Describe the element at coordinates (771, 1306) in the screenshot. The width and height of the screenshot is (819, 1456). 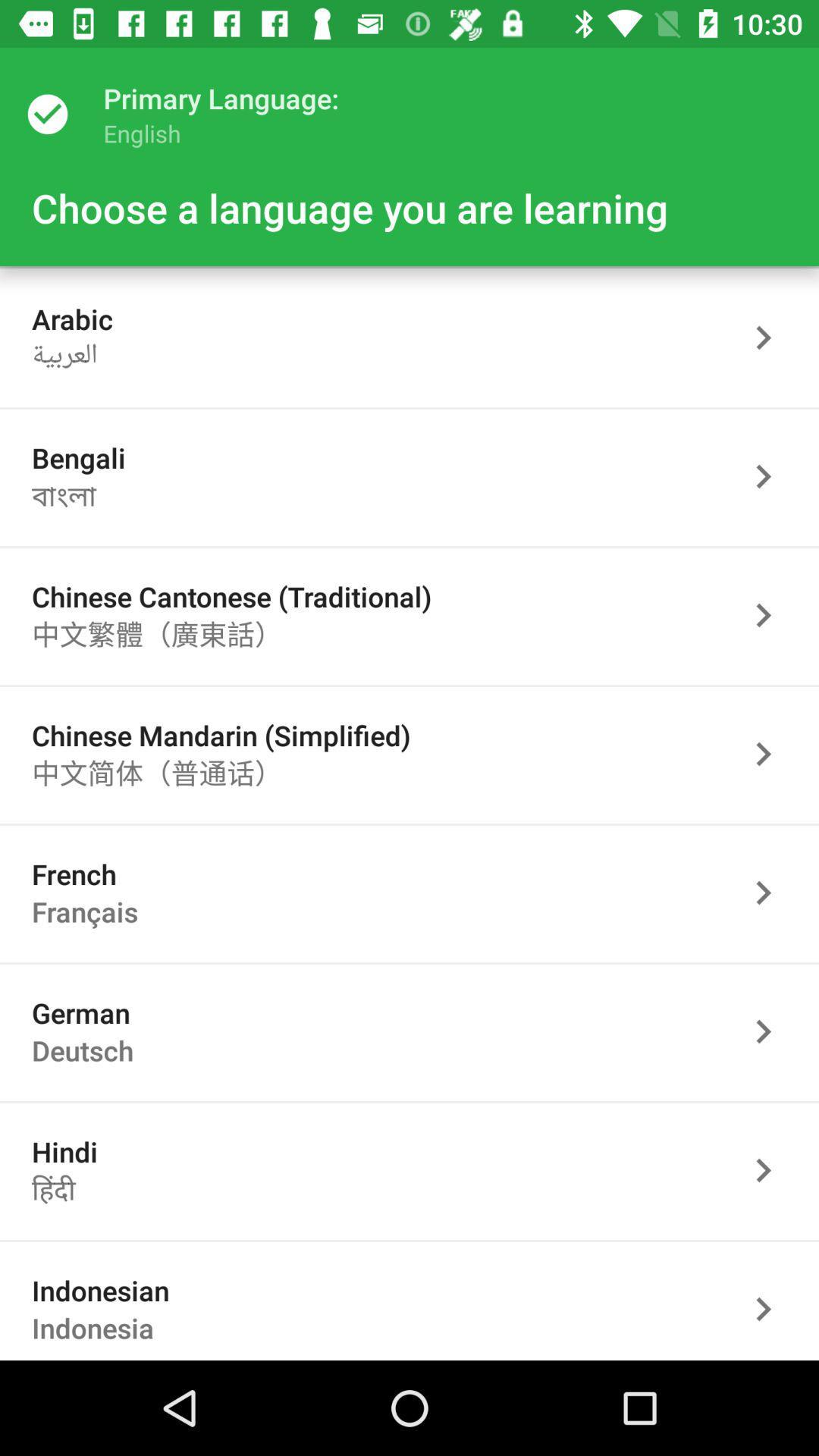
I see `language as indonesian` at that location.